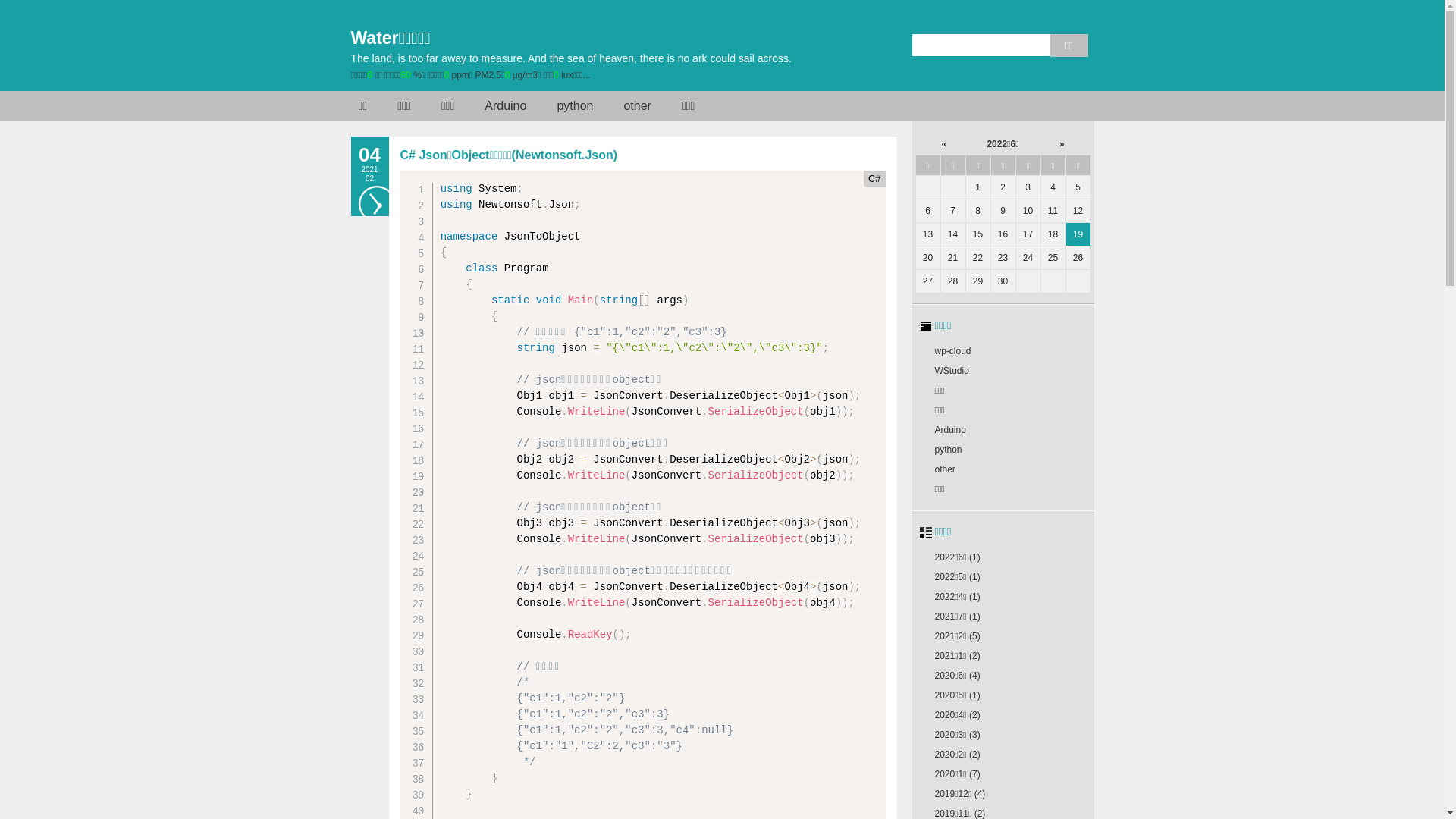 The image size is (1456, 819). What do you see at coordinates (1077, 234) in the screenshot?
I see `'19'` at bounding box center [1077, 234].